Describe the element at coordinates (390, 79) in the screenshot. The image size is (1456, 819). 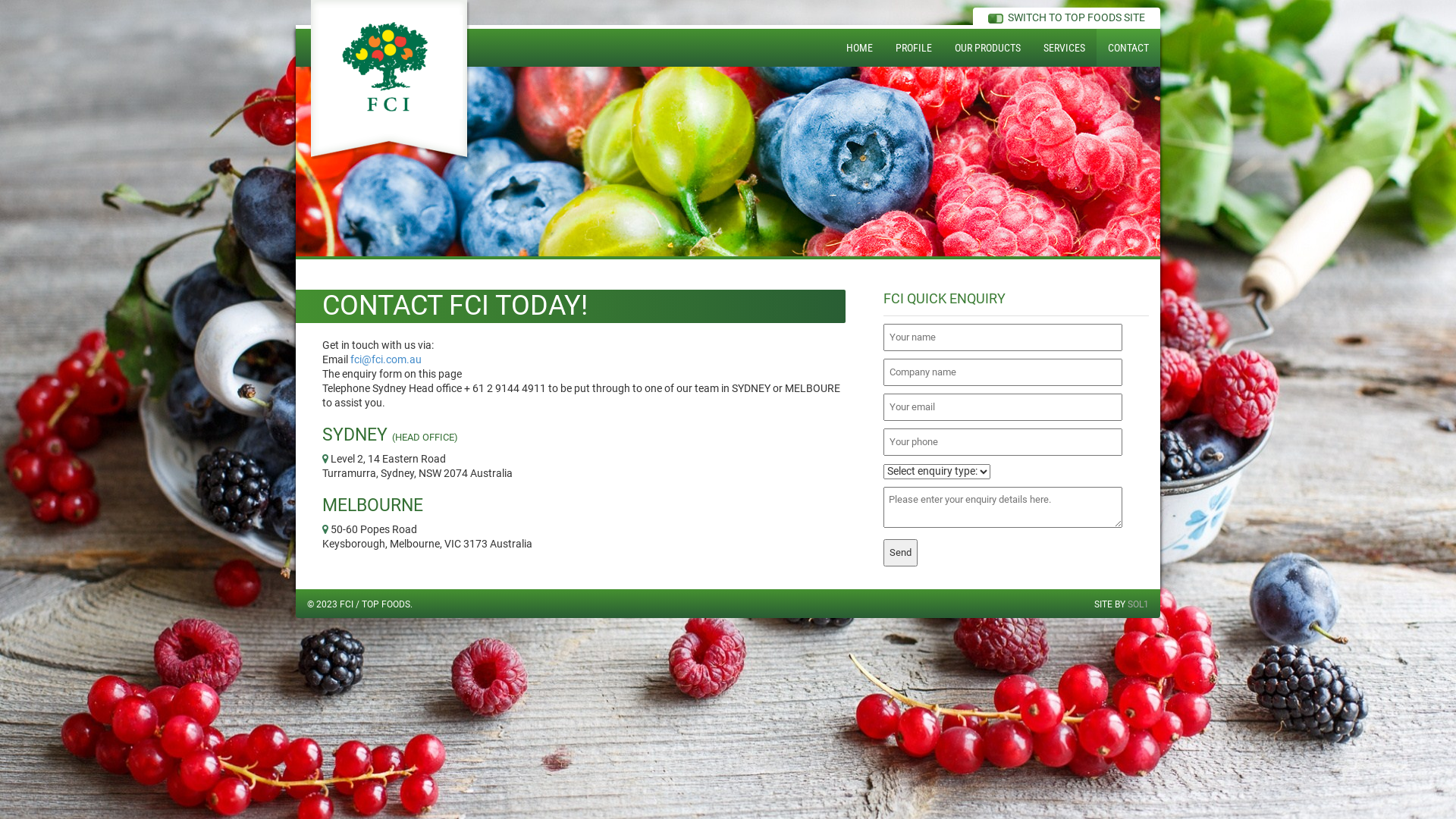
I see `'FCI / Top Foods'` at that location.